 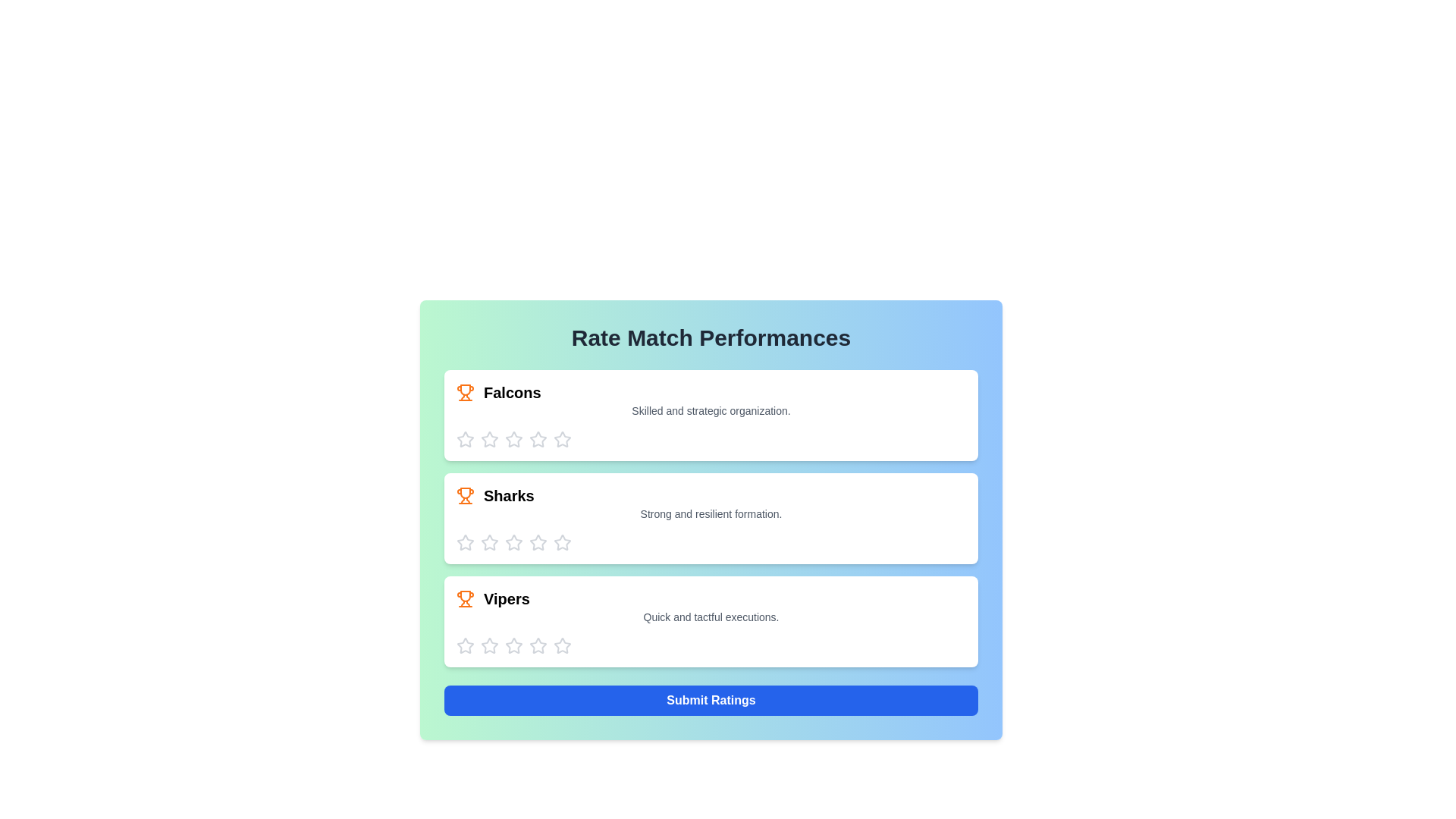 What do you see at coordinates (538, 439) in the screenshot?
I see `the Falcons team's 4 star to set the rating` at bounding box center [538, 439].